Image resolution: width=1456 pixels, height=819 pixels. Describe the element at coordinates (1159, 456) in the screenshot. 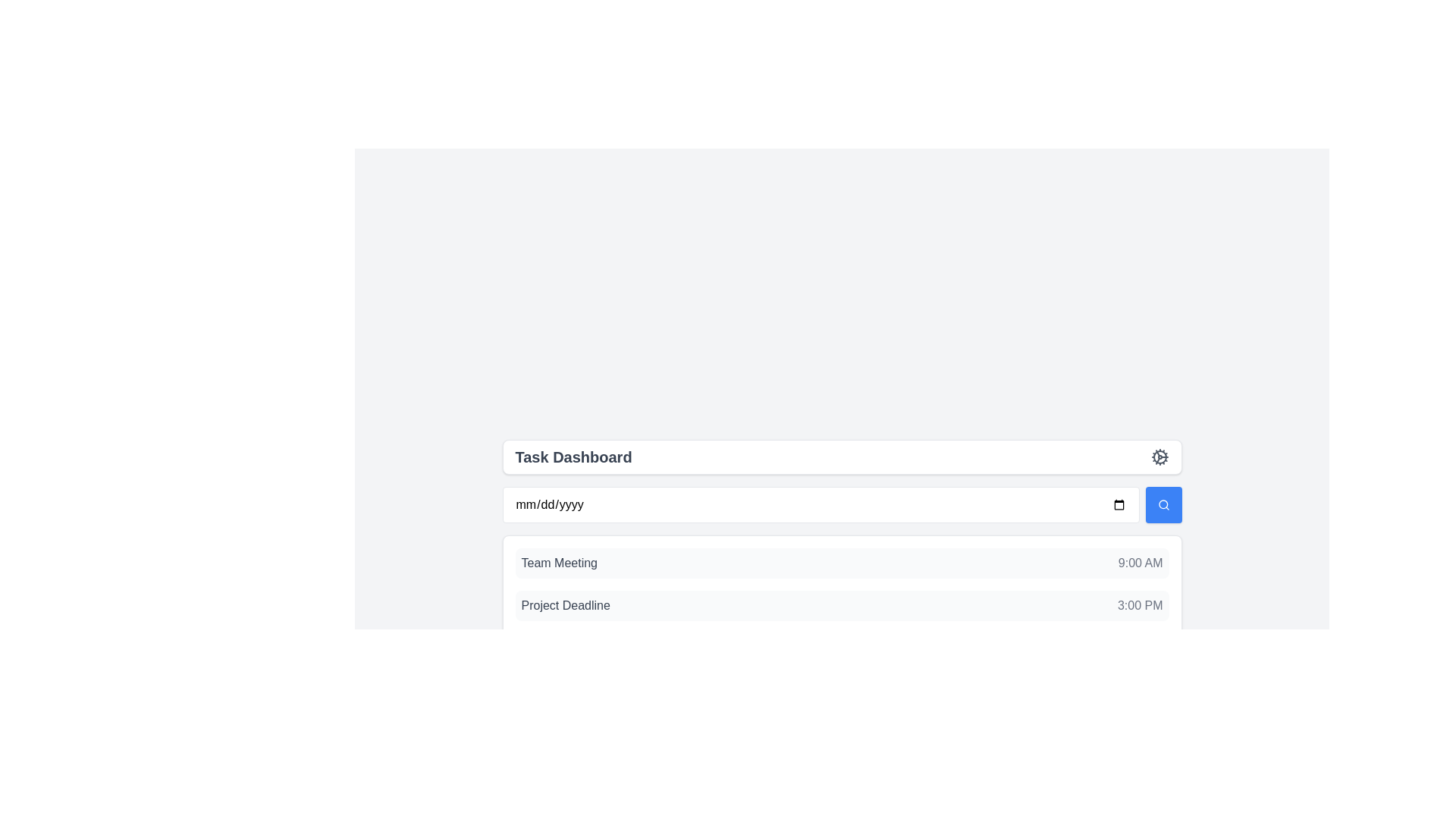

I see `the cogwheel icon located at the top-right corner of the 'Task Dashboard'` at that location.